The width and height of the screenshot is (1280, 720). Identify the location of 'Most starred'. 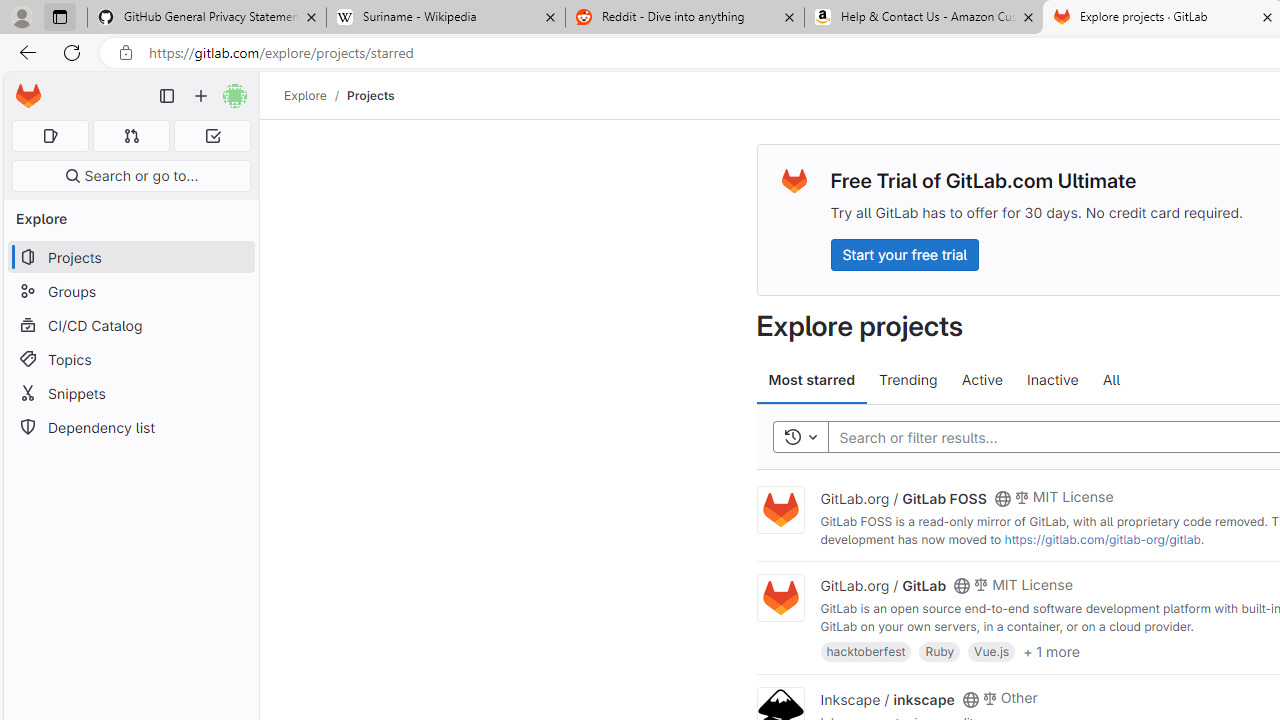
(812, 380).